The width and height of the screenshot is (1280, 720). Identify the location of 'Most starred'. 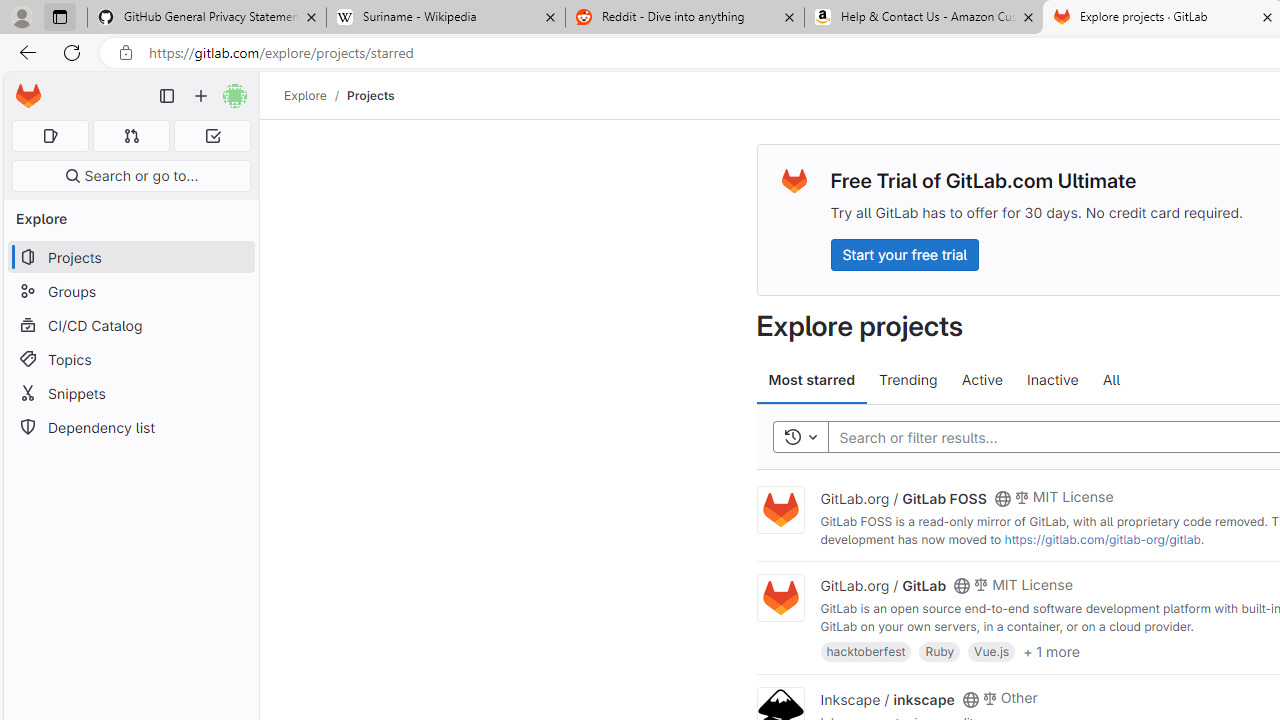
(812, 380).